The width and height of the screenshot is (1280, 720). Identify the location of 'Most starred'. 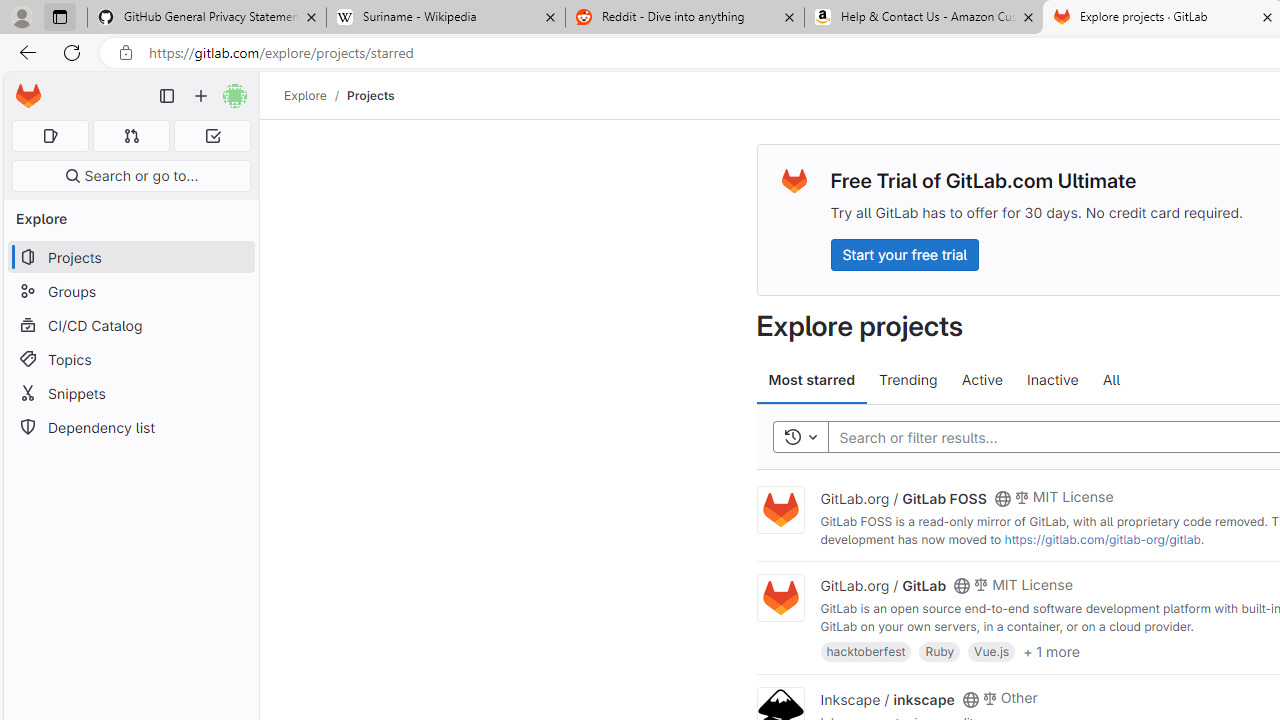
(812, 380).